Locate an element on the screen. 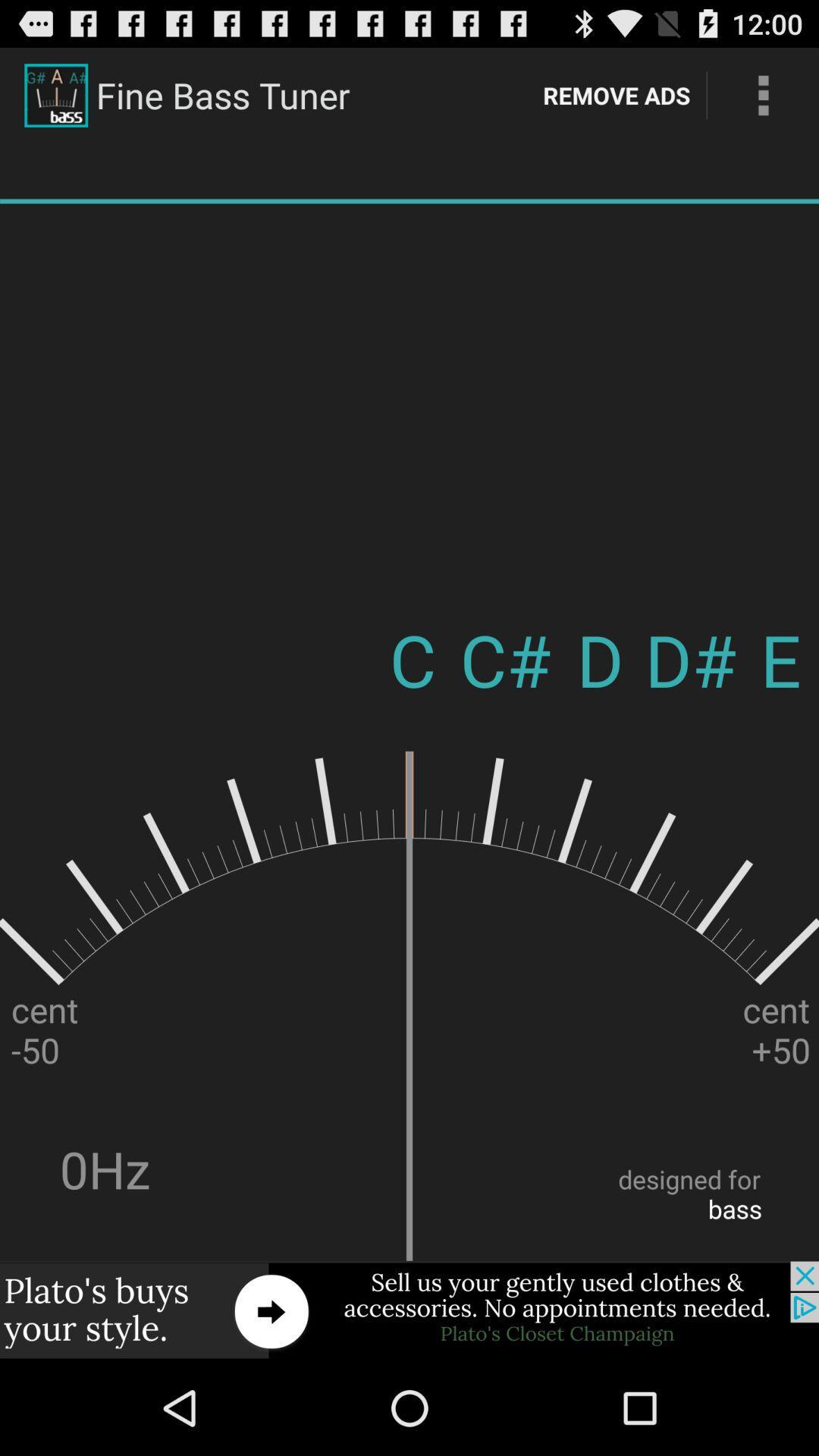  click on advertisement is located at coordinates (409, 1310).